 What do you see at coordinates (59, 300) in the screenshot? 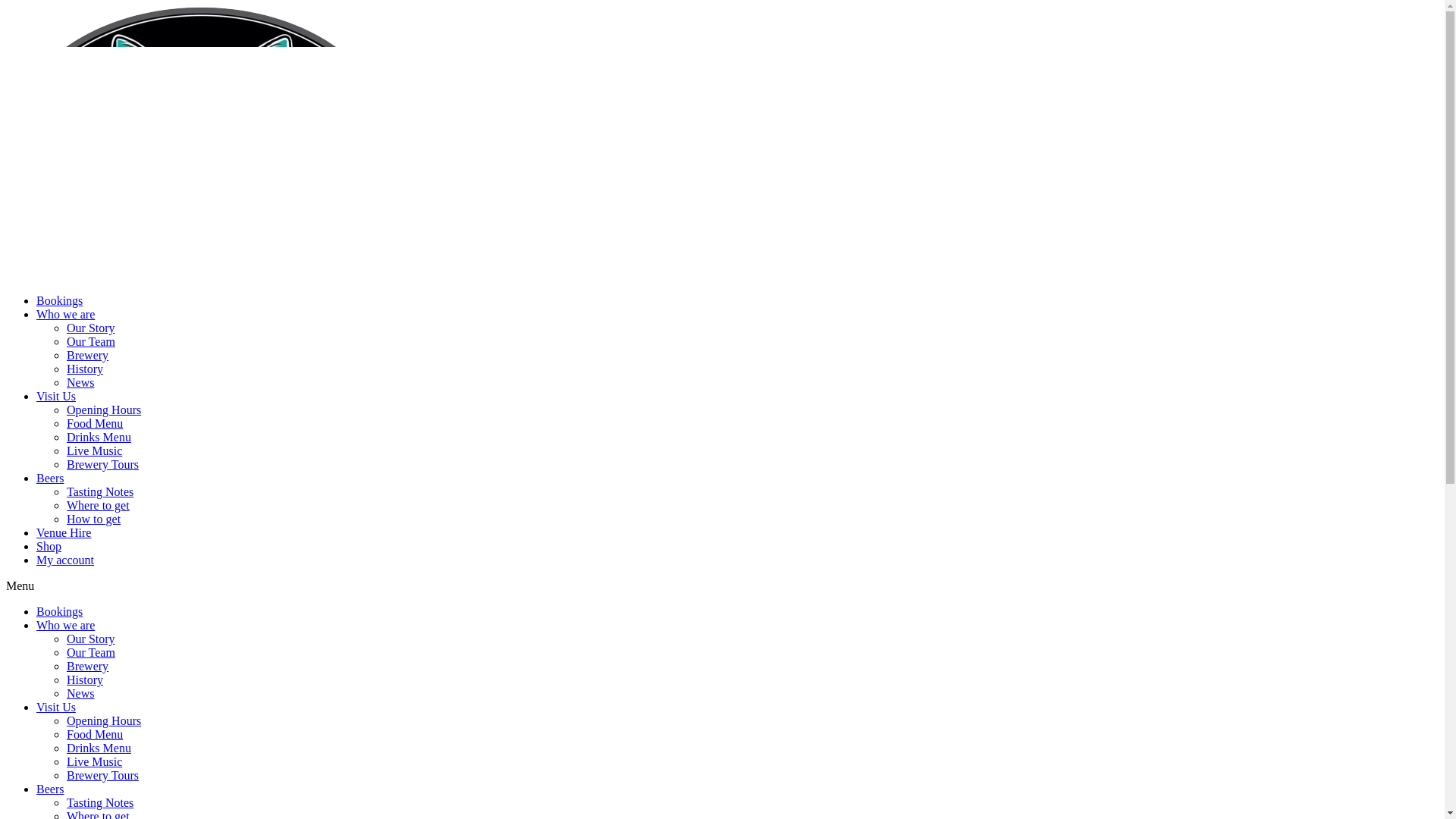
I see `'Bookings'` at bounding box center [59, 300].